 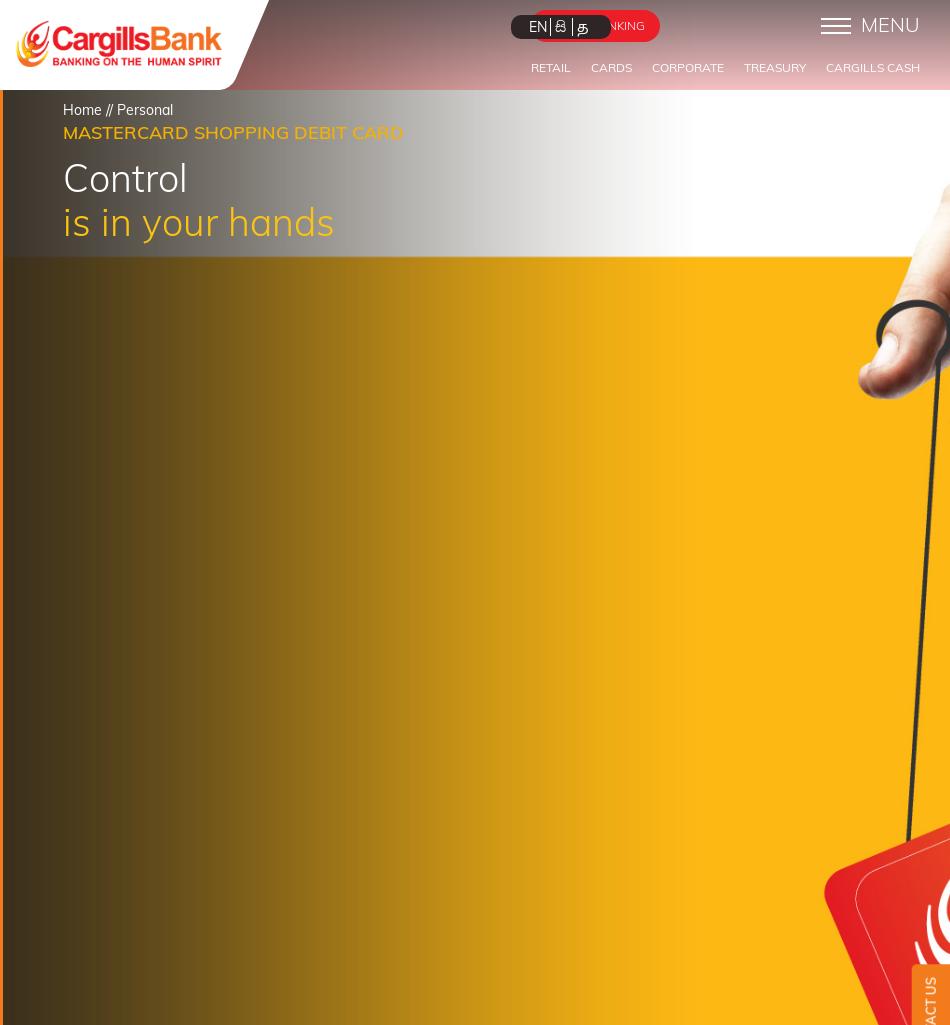 What do you see at coordinates (537, 26) in the screenshot?
I see `'EN'` at bounding box center [537, 26].